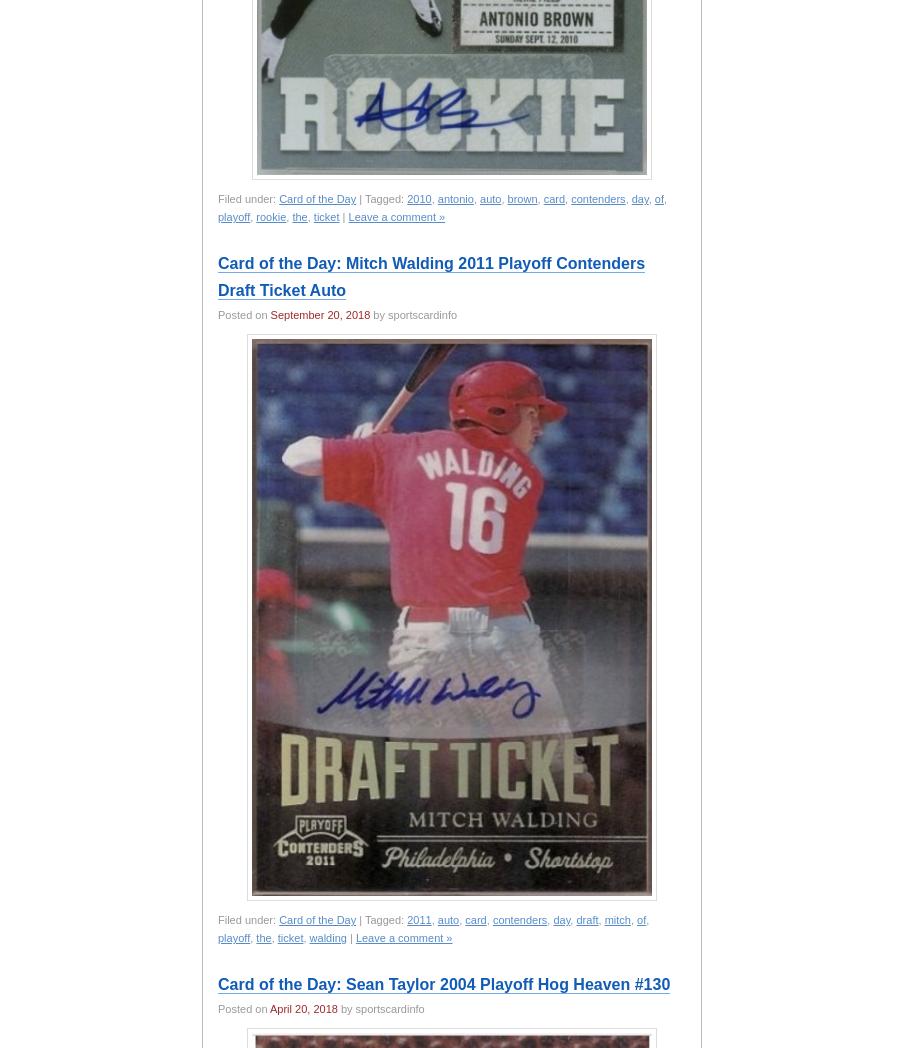  I want to click on 'rookie', so click(270, 216).